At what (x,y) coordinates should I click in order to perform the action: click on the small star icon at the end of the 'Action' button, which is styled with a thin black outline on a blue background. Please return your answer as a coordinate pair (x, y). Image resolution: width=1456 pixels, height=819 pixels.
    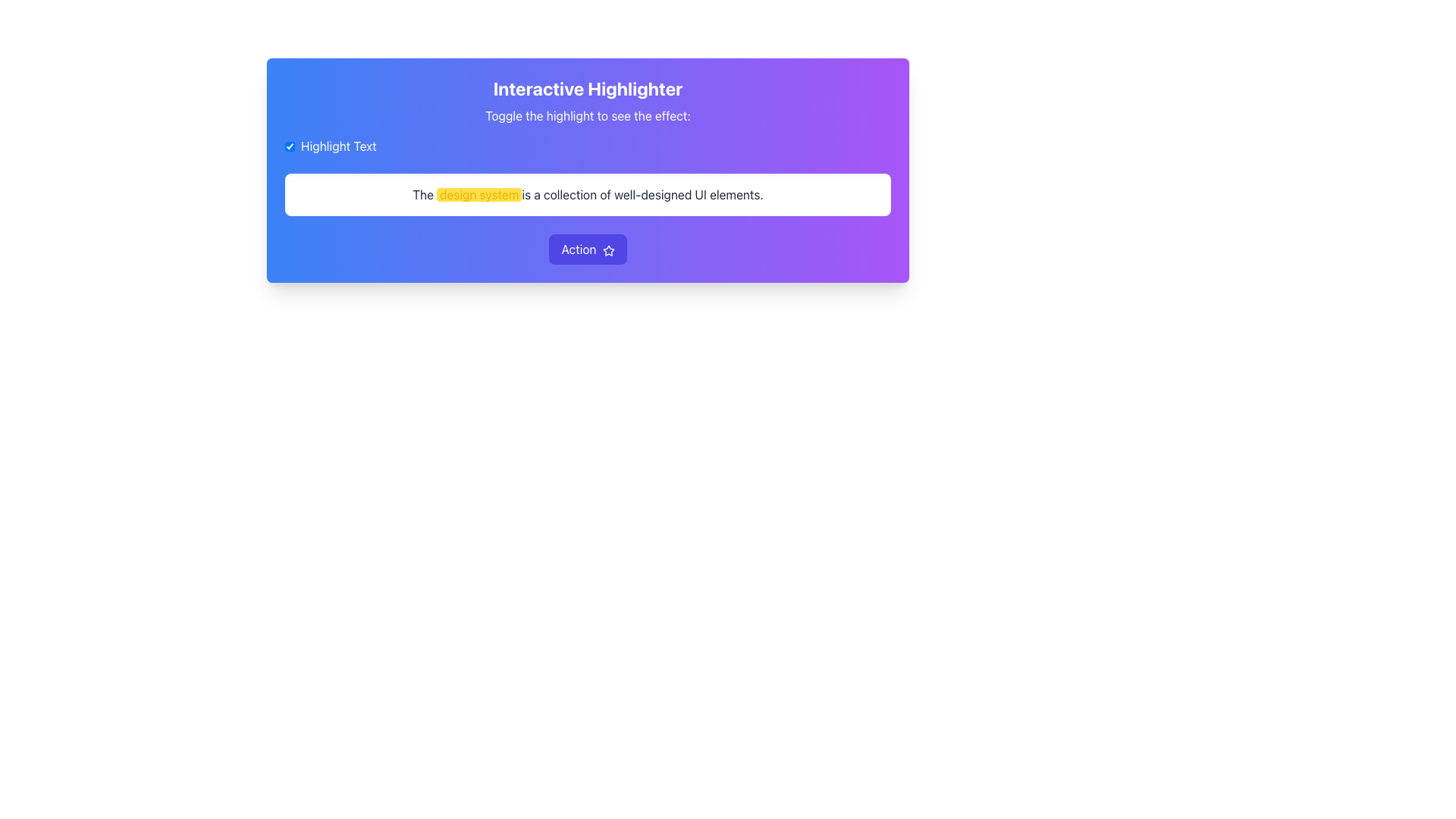
    Looking at the image, I should click on (608, 249).